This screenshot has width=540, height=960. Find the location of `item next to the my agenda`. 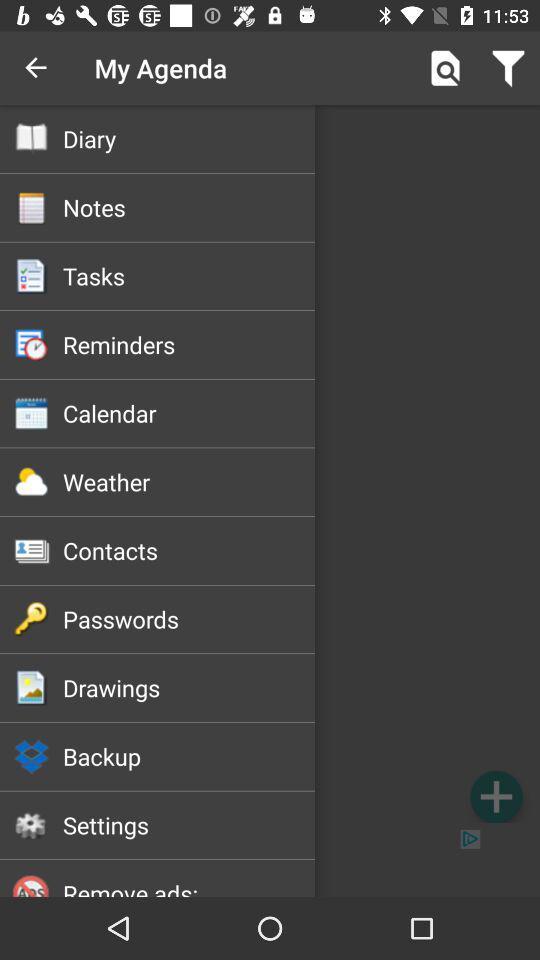

item next to the my agenda is located at coordinates (445, 68).